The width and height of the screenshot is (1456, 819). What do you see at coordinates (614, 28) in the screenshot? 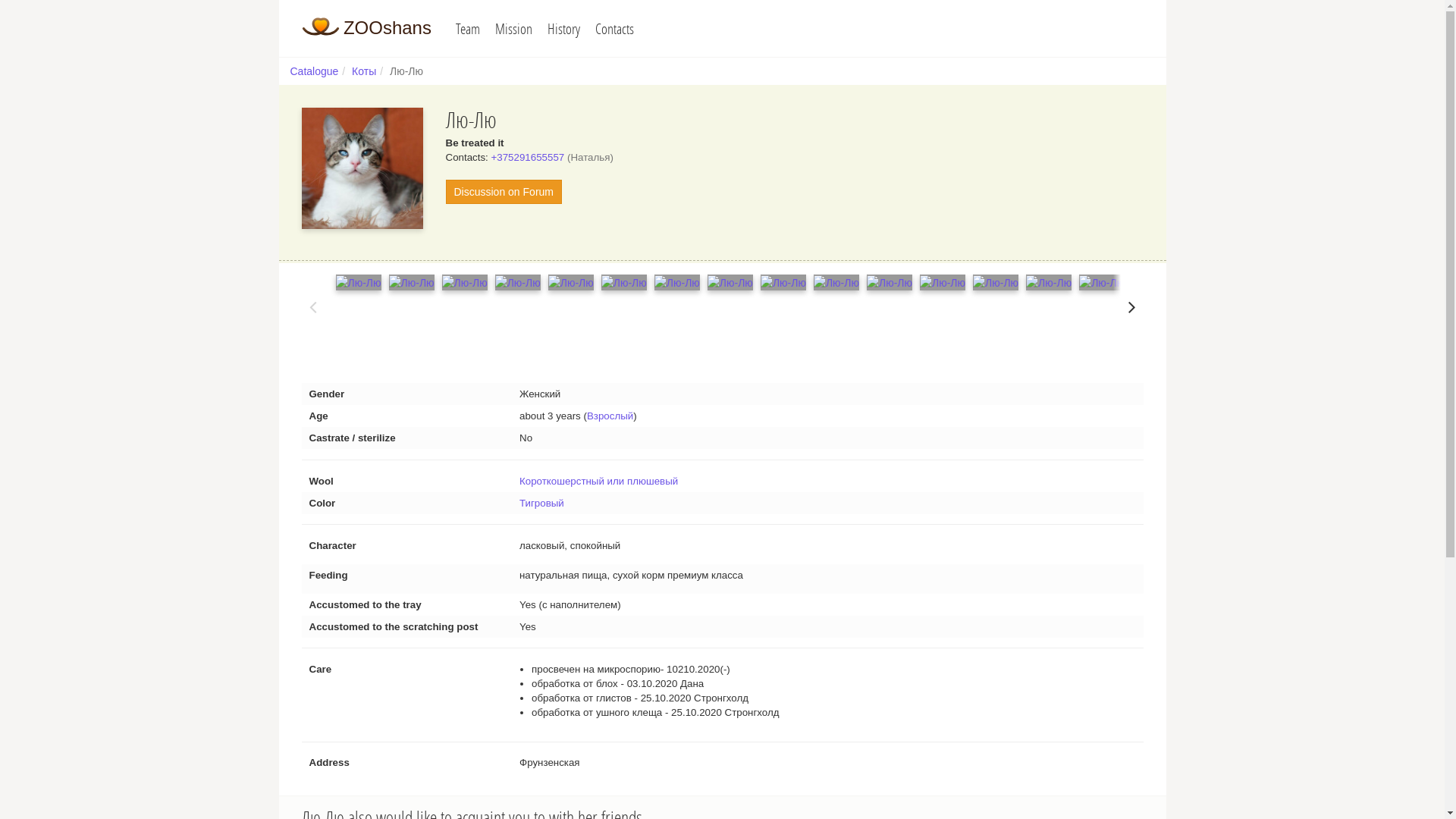
I see `'Contacts'` at bounding box center [614, 28].